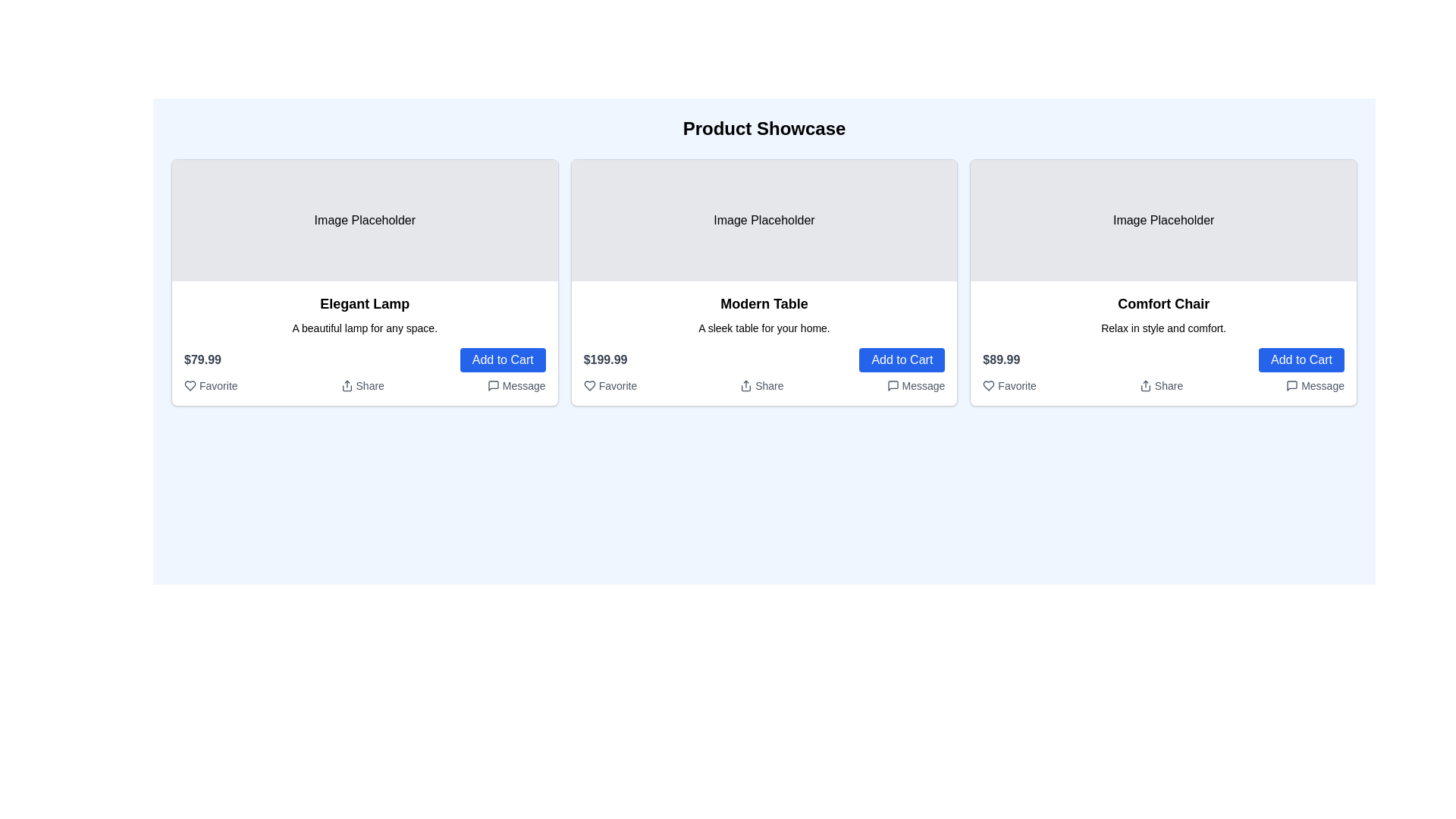 The height and width of the screenshot is (819, 1456). I want to click on the 'Add to Cart' button, which is styled with a blue background and white text, located to the right of the '$199.99' price in the 'Modern Table' product card, so click(902, 359).